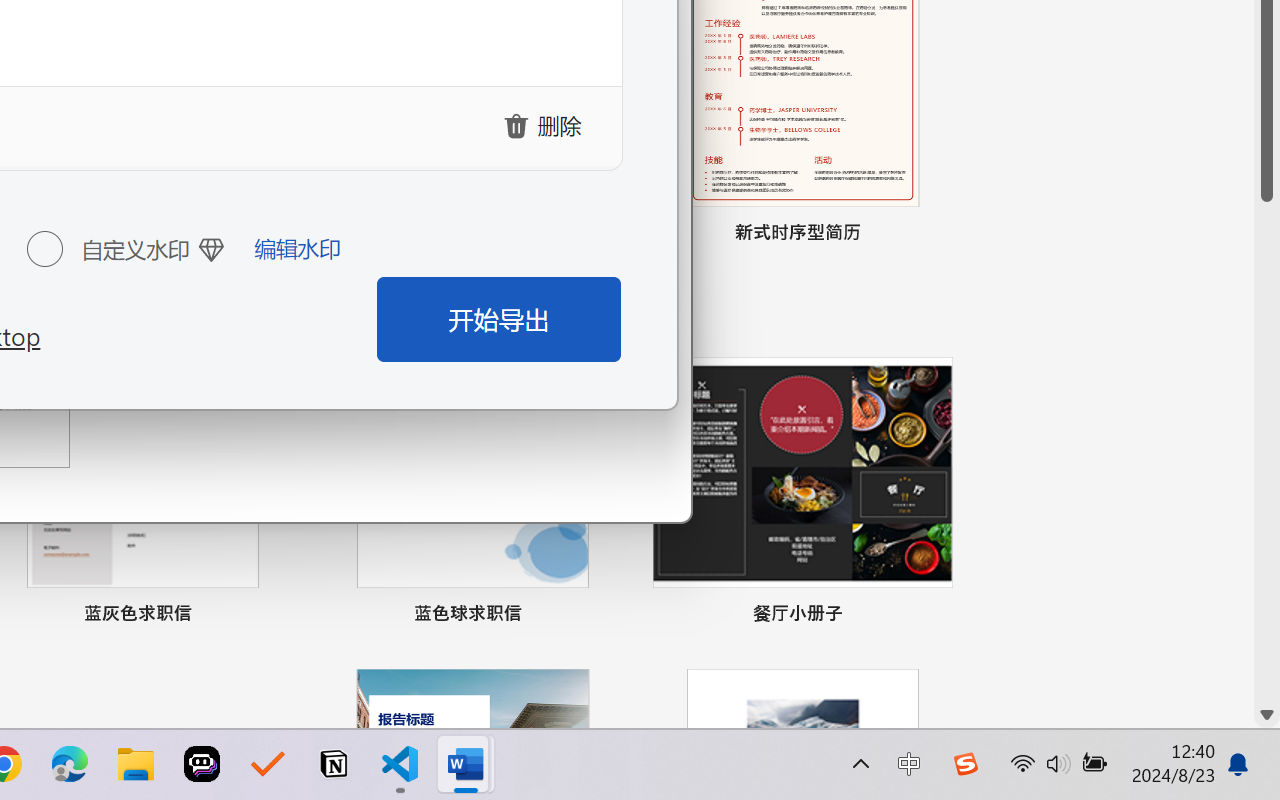 This screenshot has height=800, width=1280. Describe the element at coordinates (1266, 714) in the screenshot. I see `'Line down'` at that location.